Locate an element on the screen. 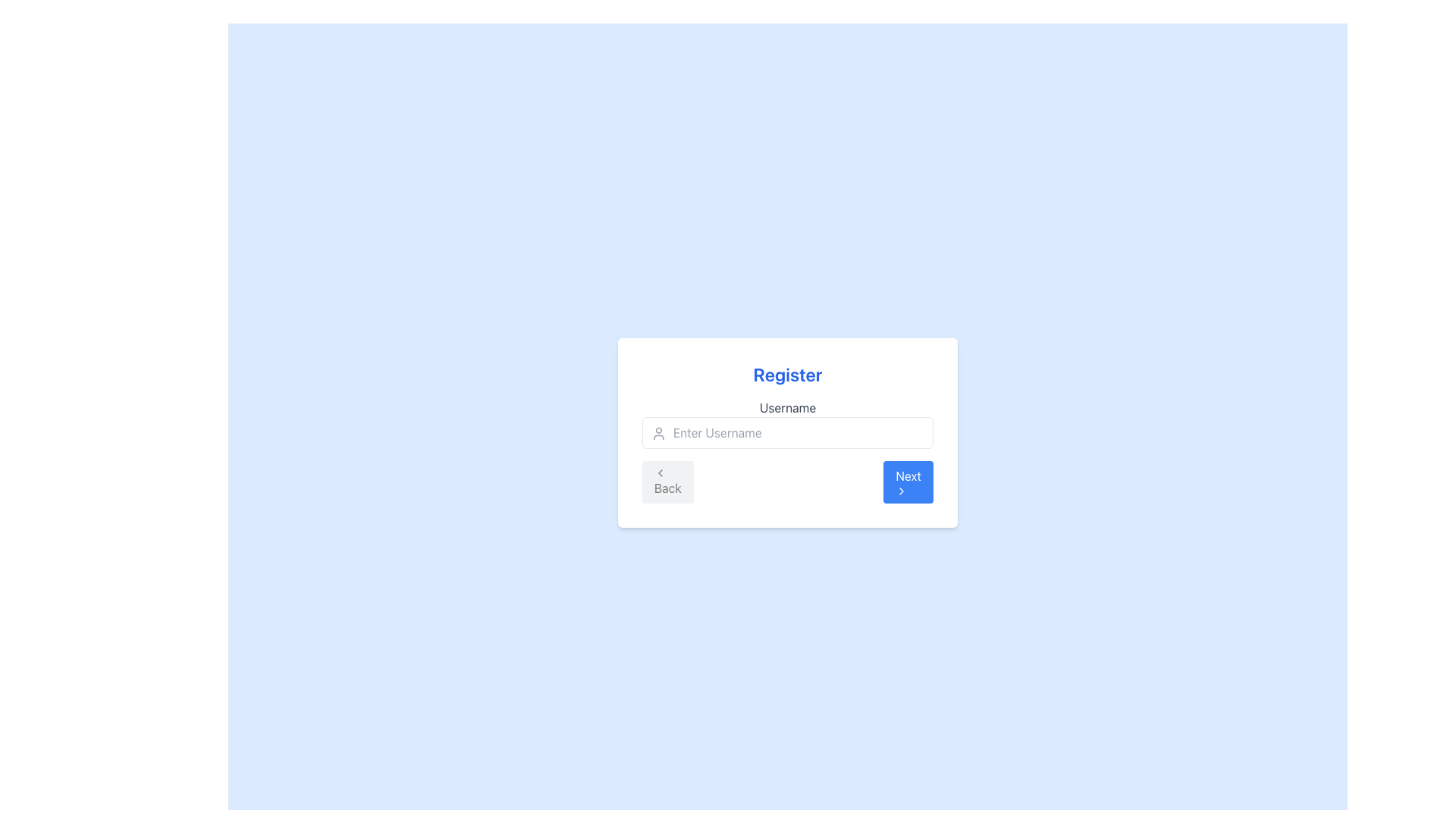 This screenshot has width=1456, height=819. the 'Next' button located in the bottom-right corner of the registration dialog, which contains the chevron icon for navigation is located at coordinates (902, 491).